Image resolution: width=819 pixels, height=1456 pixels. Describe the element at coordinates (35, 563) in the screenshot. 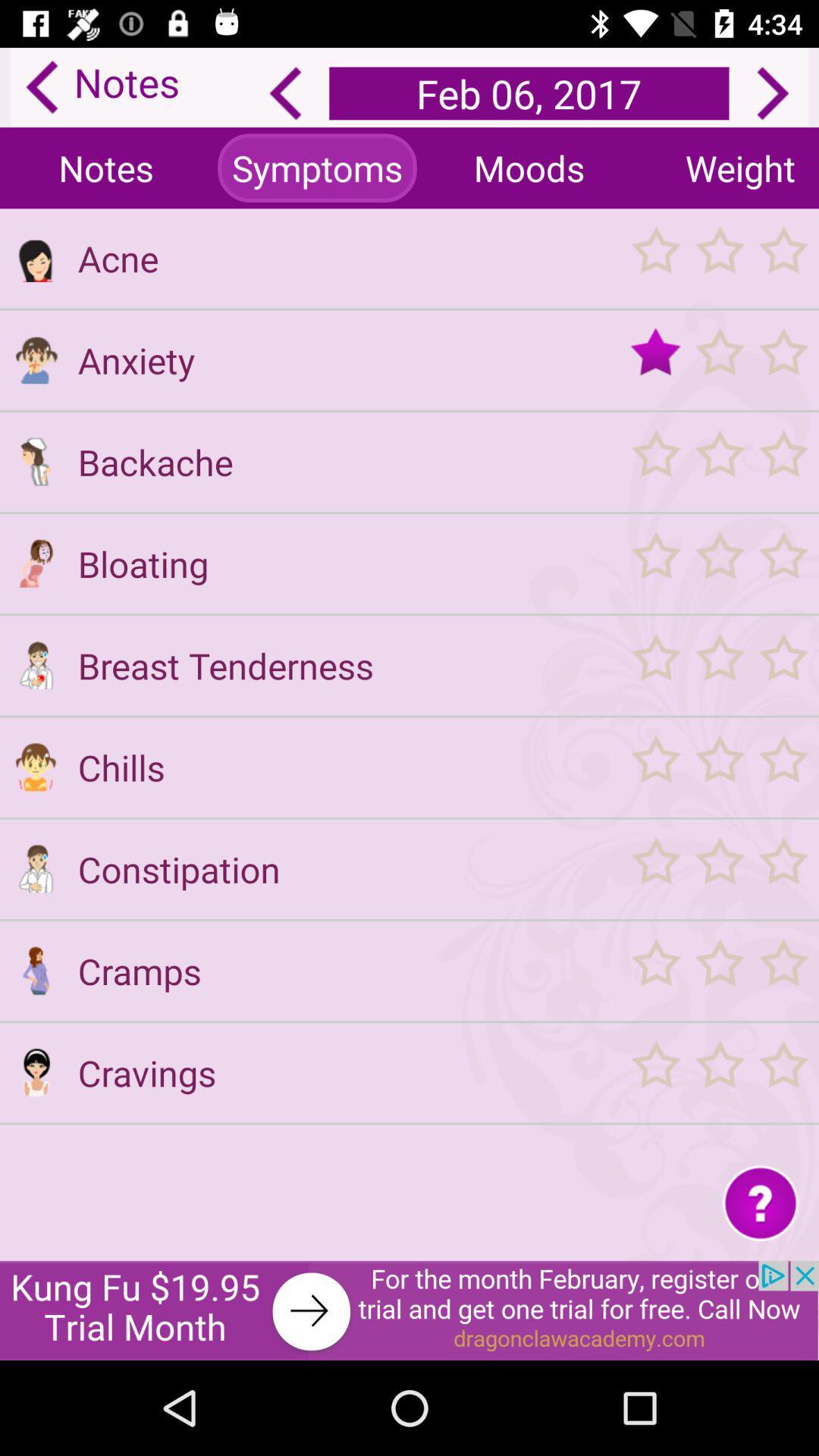

I see `icone picture` at that location.